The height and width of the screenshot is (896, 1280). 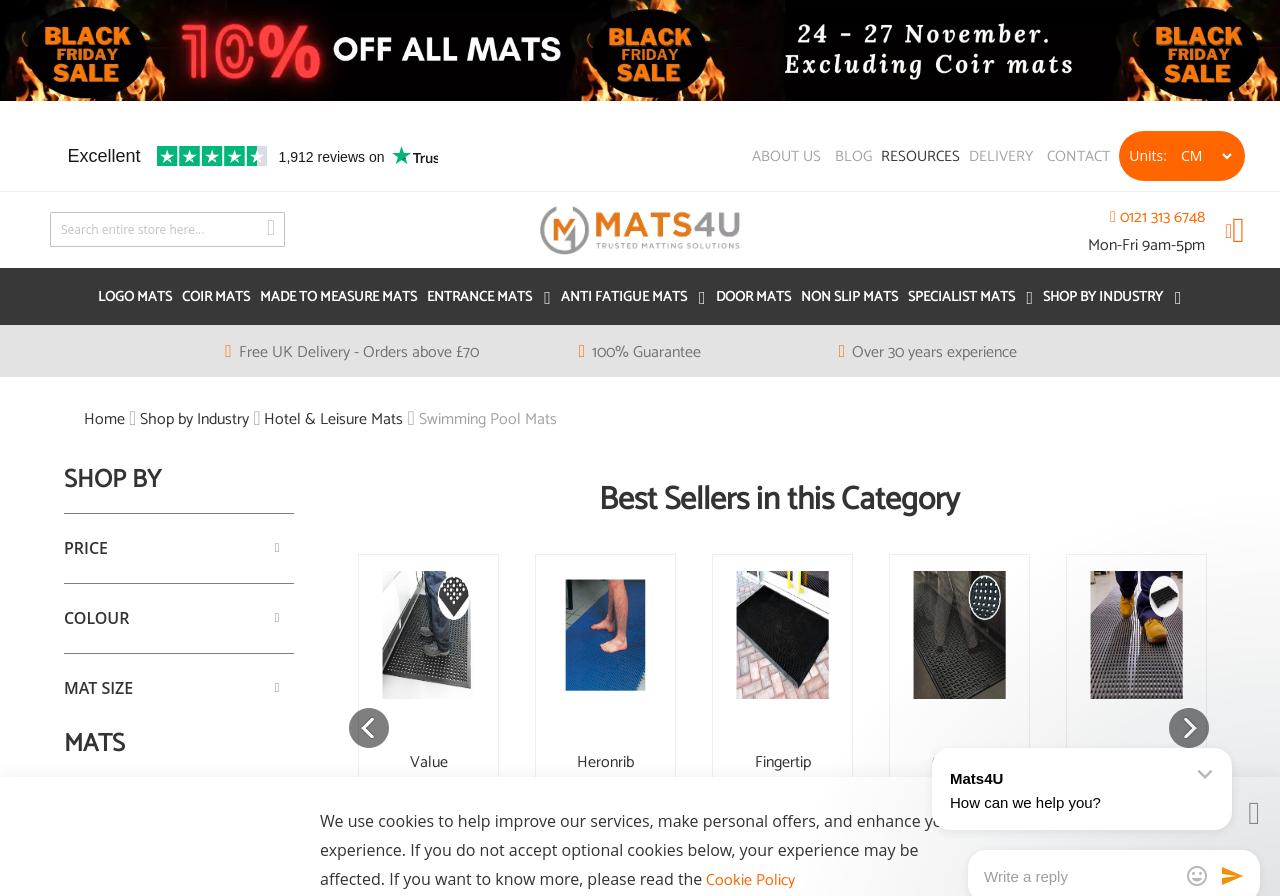 I want to click on 'Specialist Mats', so click(x=960, y=297).